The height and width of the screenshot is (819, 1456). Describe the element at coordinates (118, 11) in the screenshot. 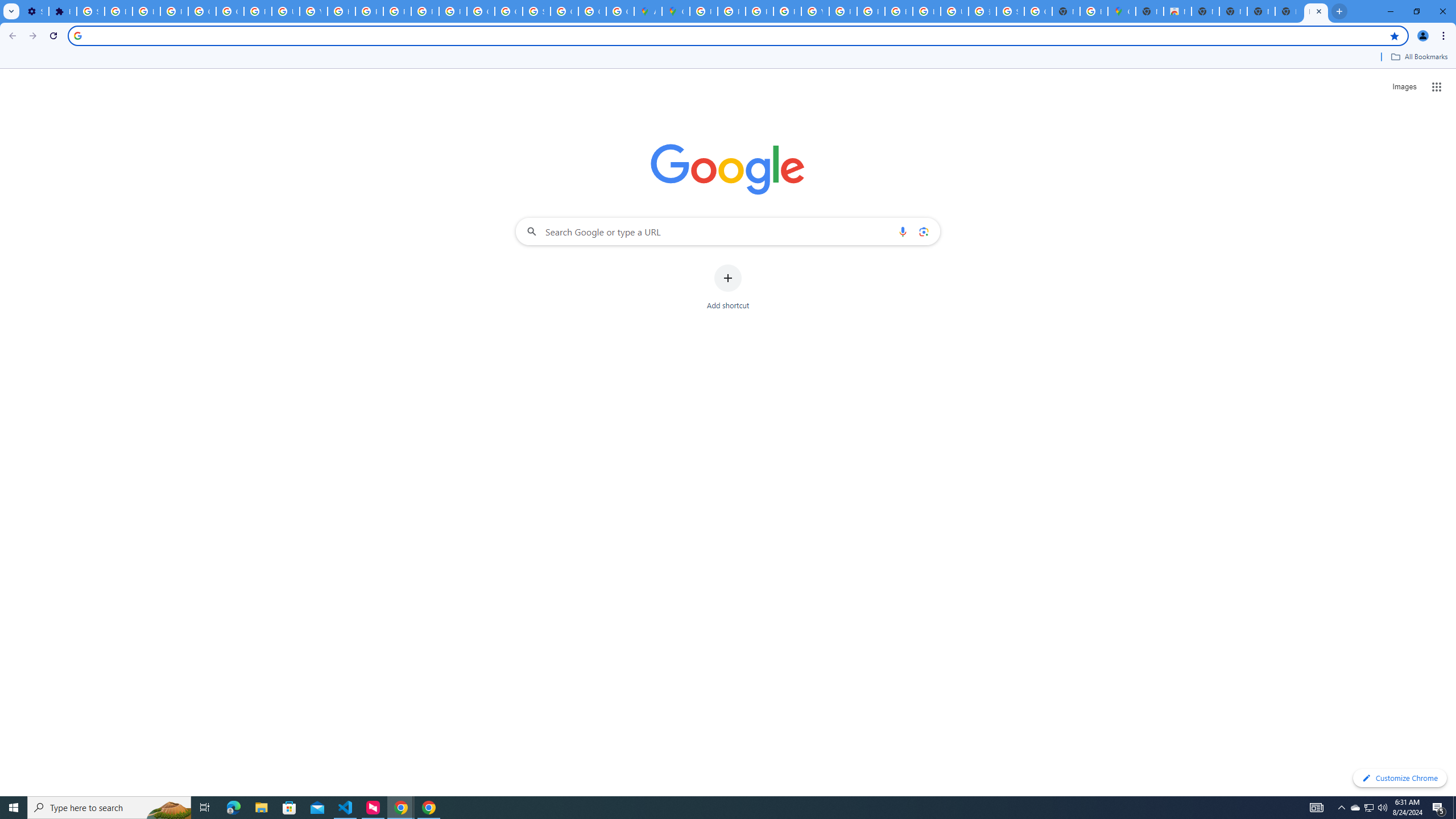

I see `'Delete photos & videos - Computer - Google Photos Help'` at that location.